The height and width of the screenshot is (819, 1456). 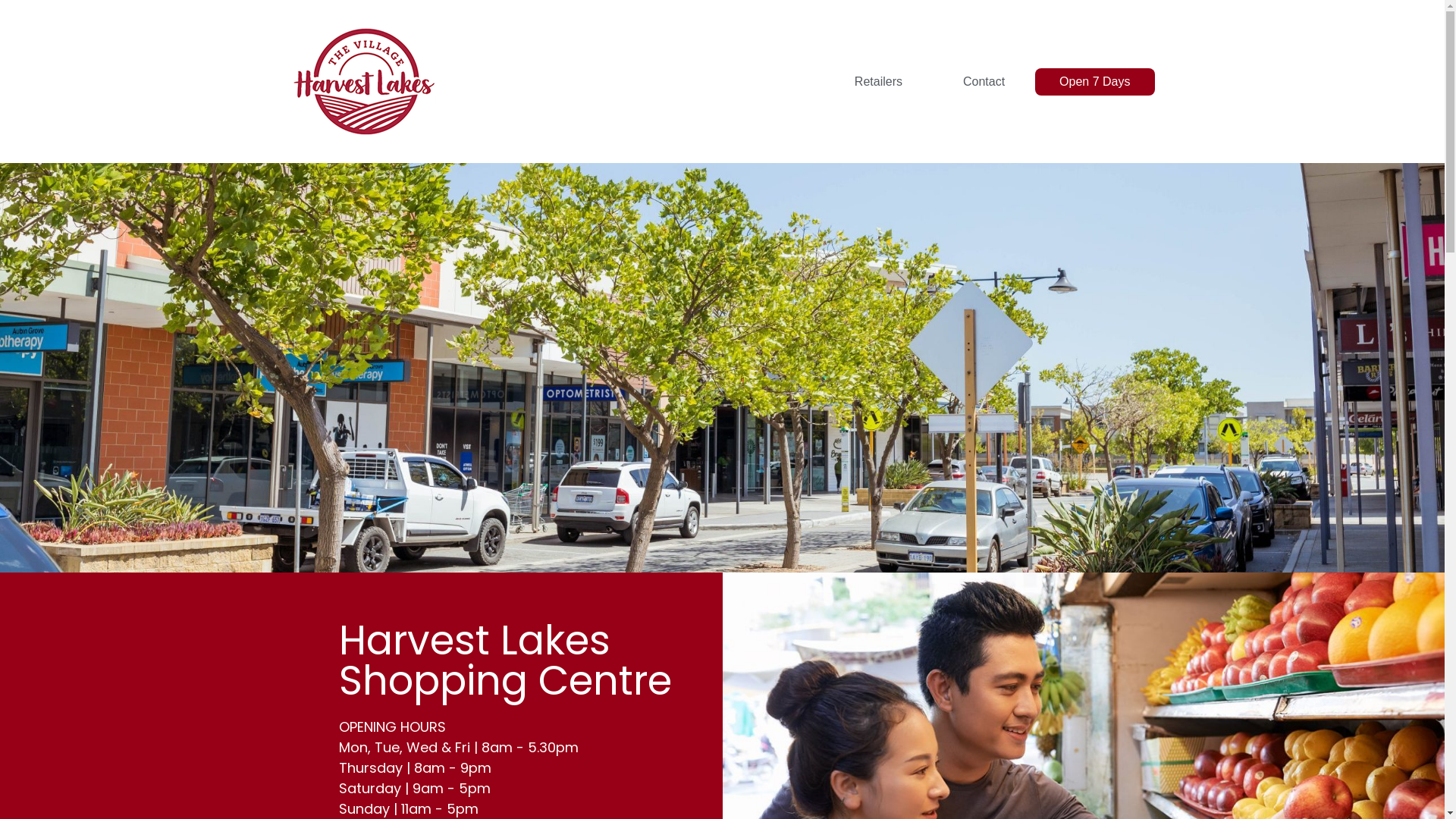 What do you see at coordinates (1034, 82) in the screenshot?
I see `'Open 7 Days'` at bounding box center [1034, 82].